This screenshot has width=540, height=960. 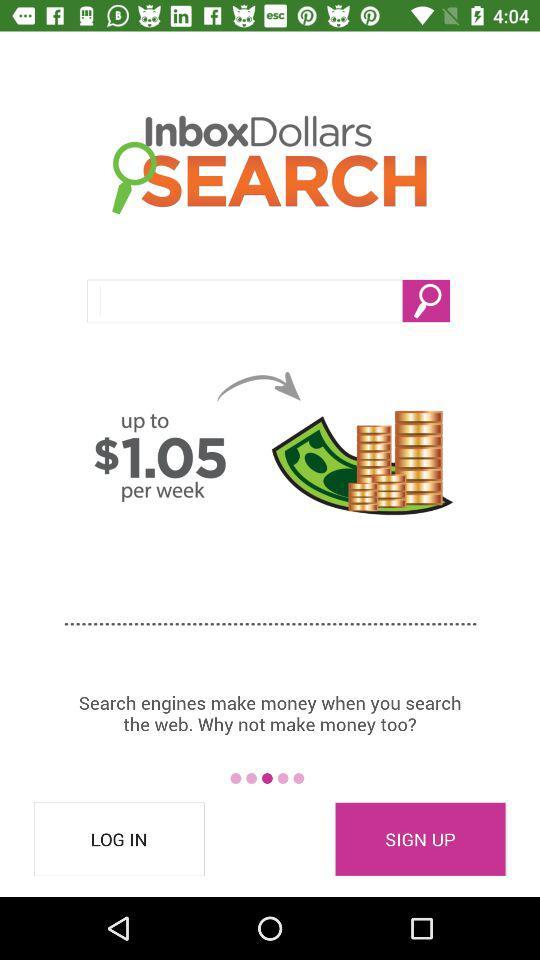 What do you see at coordinates (419, 839) in the screenshot?
I see `the icon at the bottom right corner` at bounding box center [419, 839].